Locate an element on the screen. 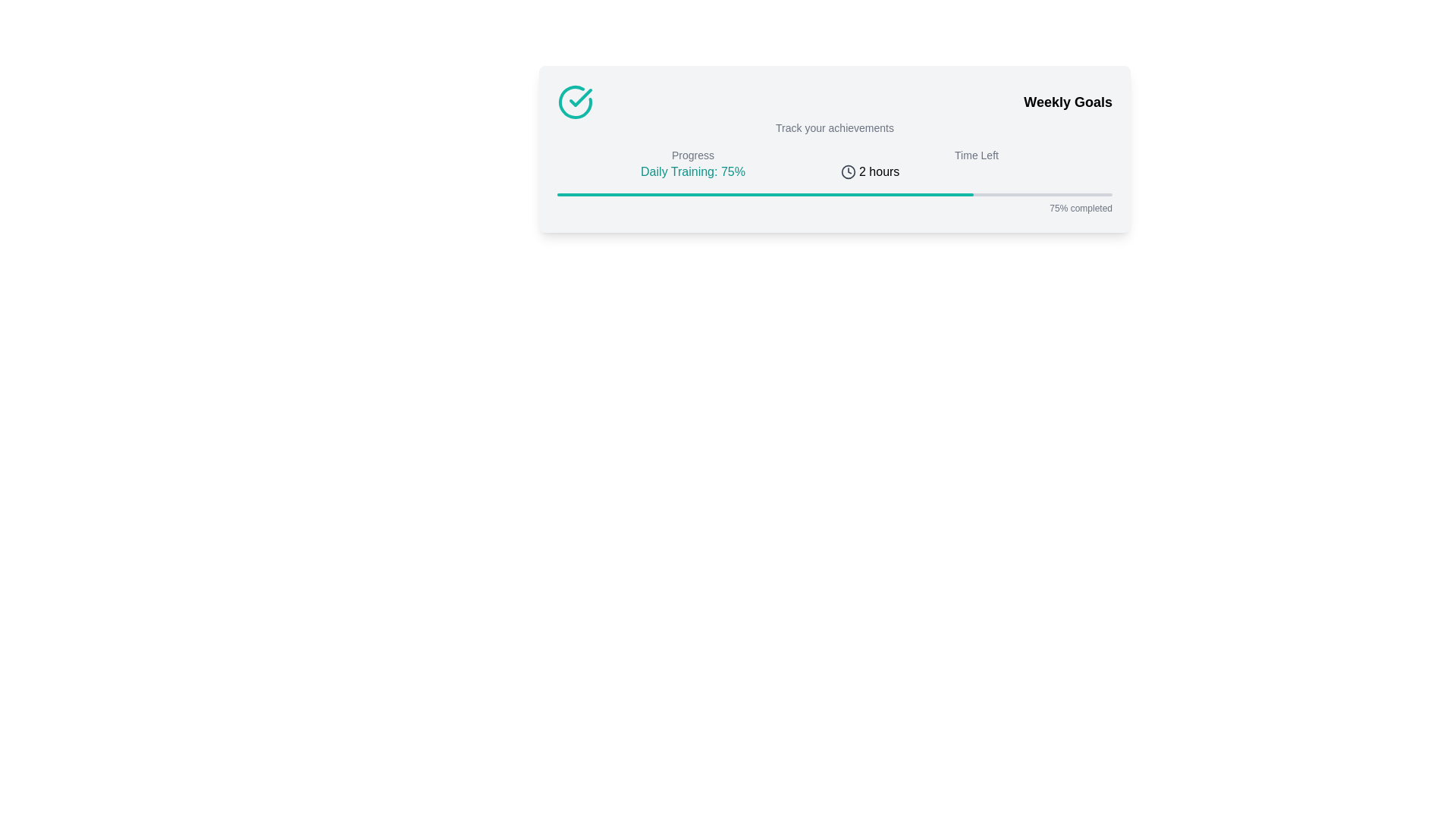 The height and width of the screenshot is (819, 1456). the Static Text Label that indicates the remaining time, which is positioned directly above the '2 hours' text in the weekly goals progress section is located at coordinates (976, 155).